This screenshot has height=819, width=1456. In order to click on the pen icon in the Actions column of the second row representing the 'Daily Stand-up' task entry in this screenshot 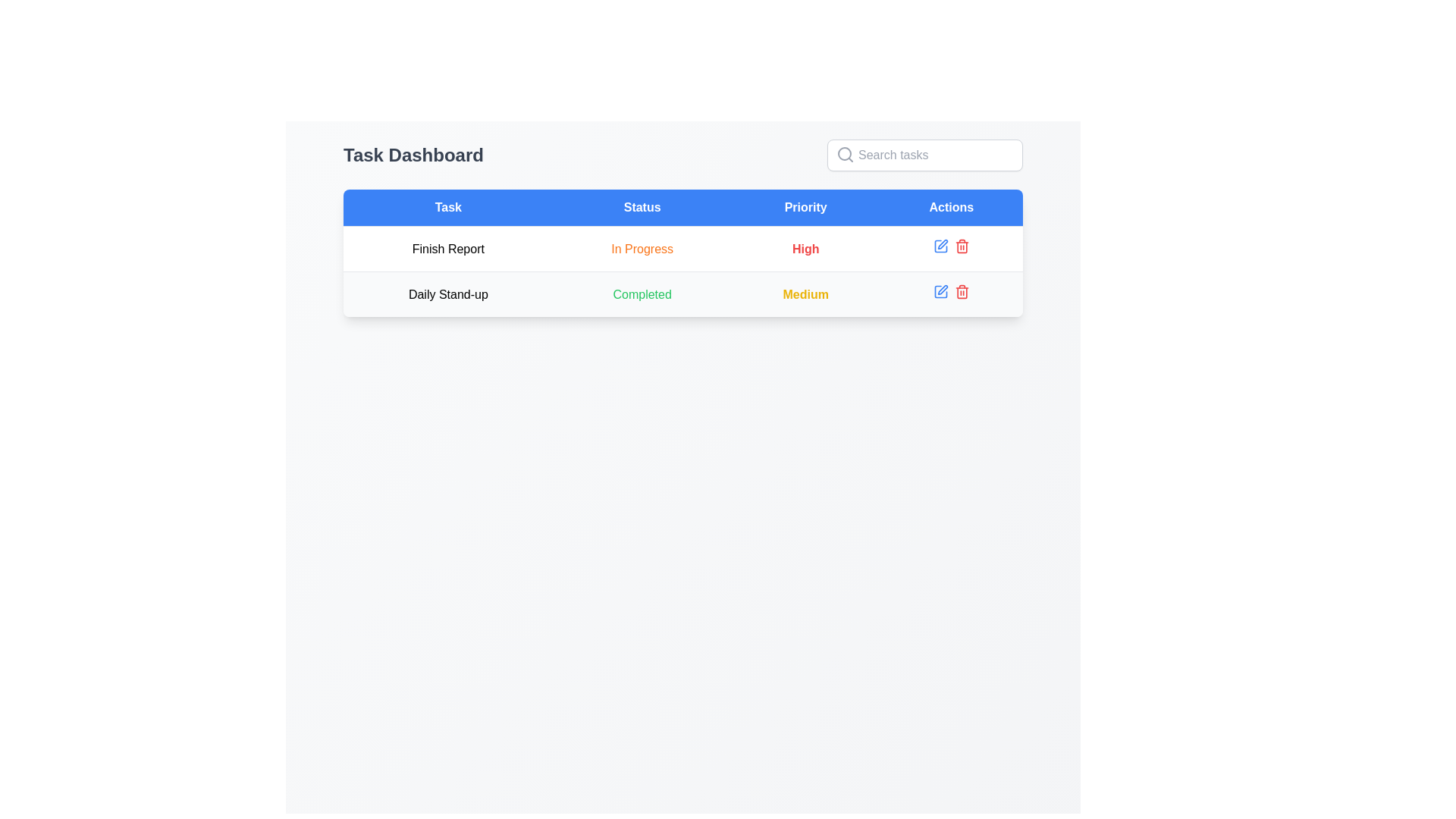, I will do `click(940, 292)`.